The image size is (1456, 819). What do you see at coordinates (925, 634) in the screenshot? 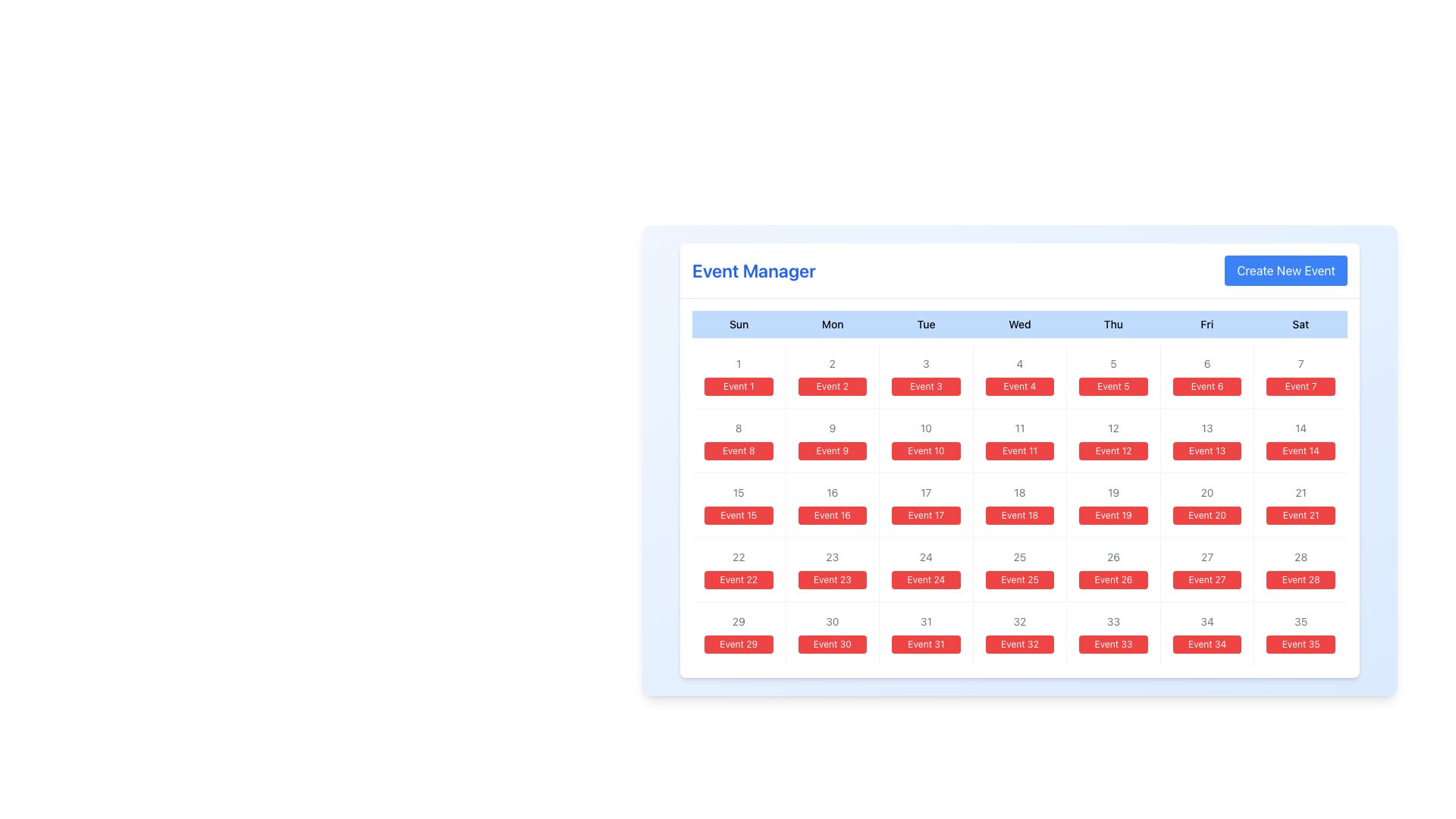
I see `the button element located in the bottom row, fifth column under the 'Event Manager' header, which serves as an interactive item for event number 31` at bounding box center [925, 634].